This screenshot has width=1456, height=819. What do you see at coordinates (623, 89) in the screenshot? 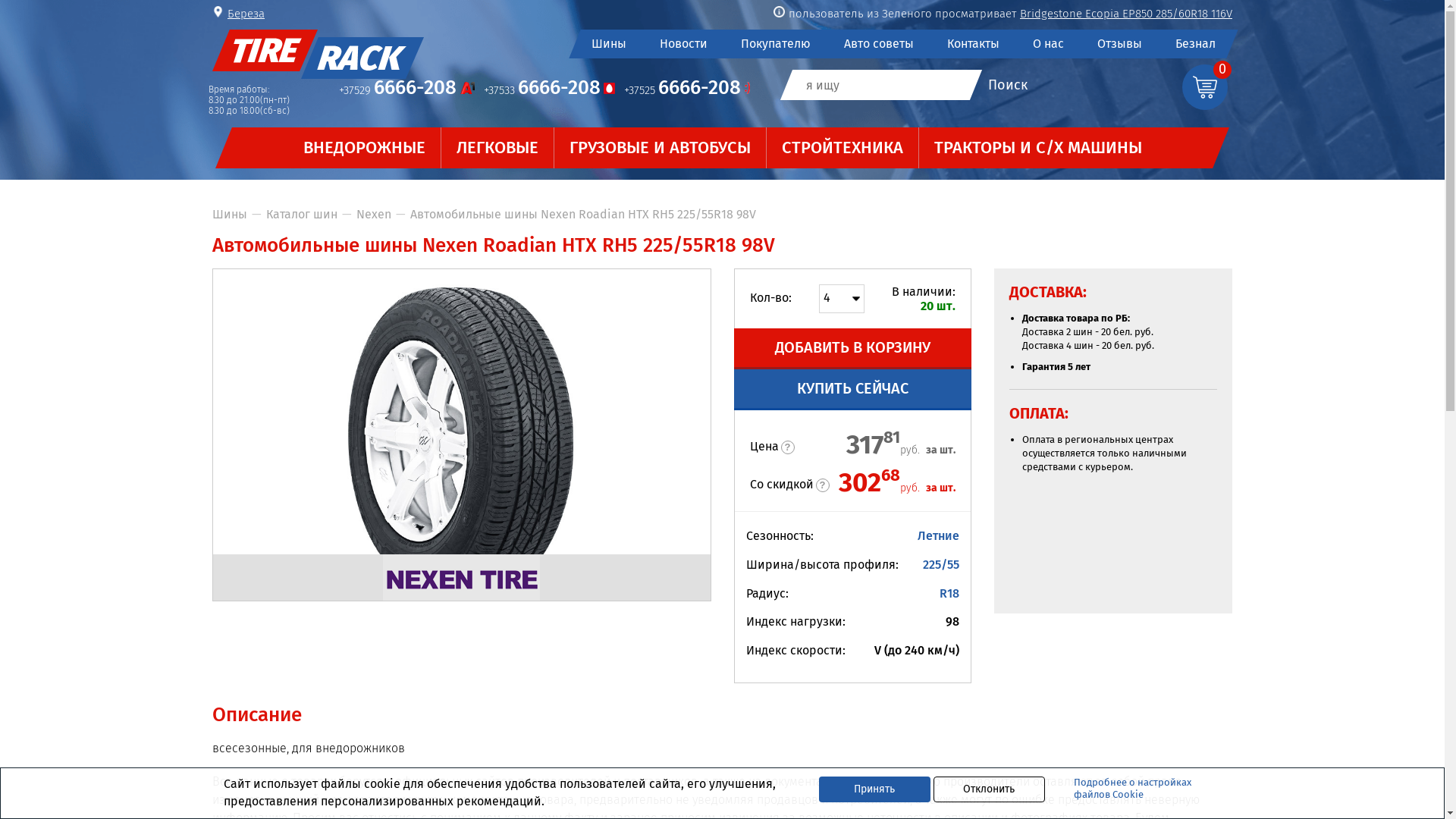
I see `'+37525 6666-208'` at bounding box center [623, 89].